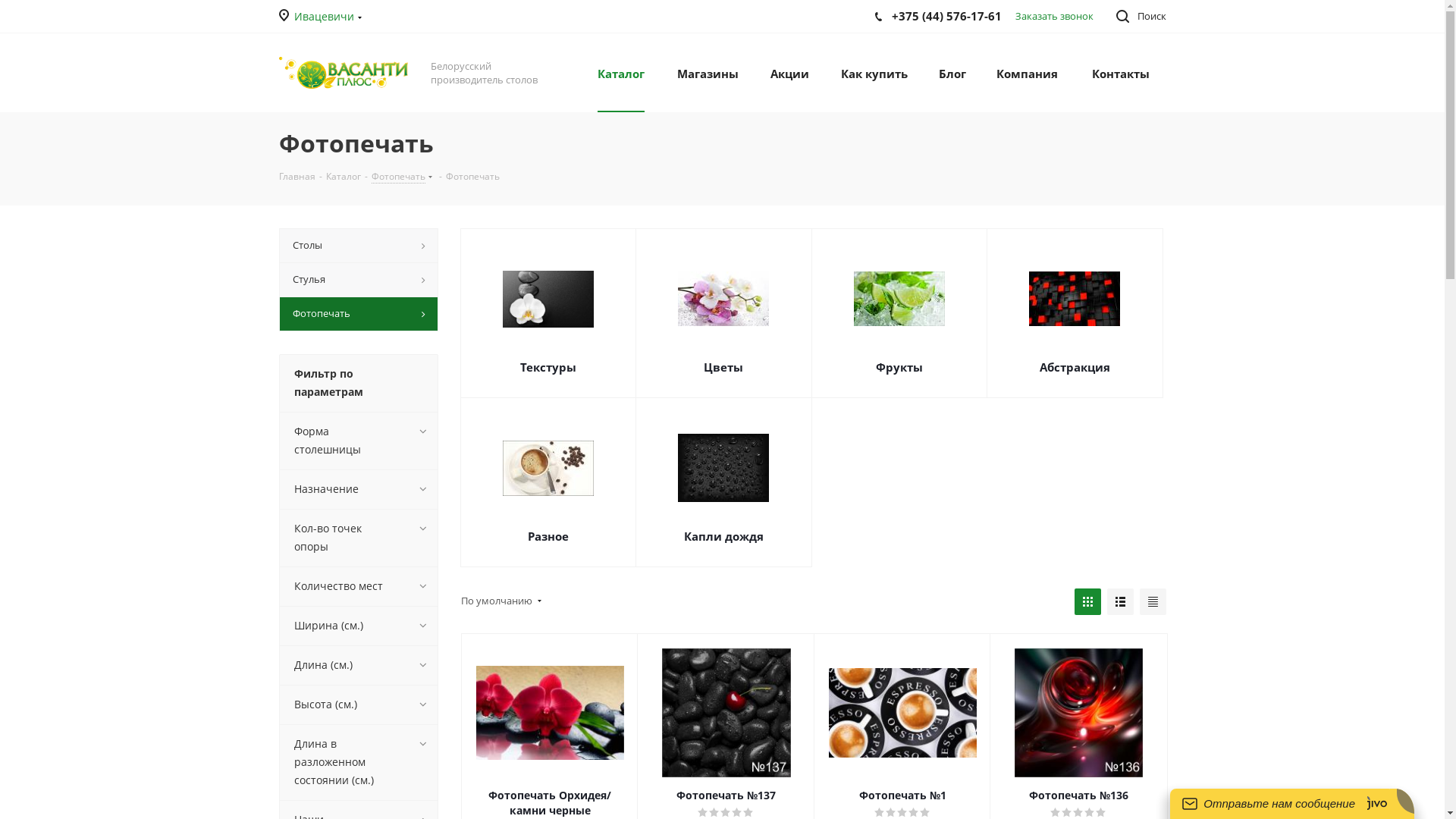  Describe the element at coordinates (880, 812) in the screenshot. I see `'1'` at that location.